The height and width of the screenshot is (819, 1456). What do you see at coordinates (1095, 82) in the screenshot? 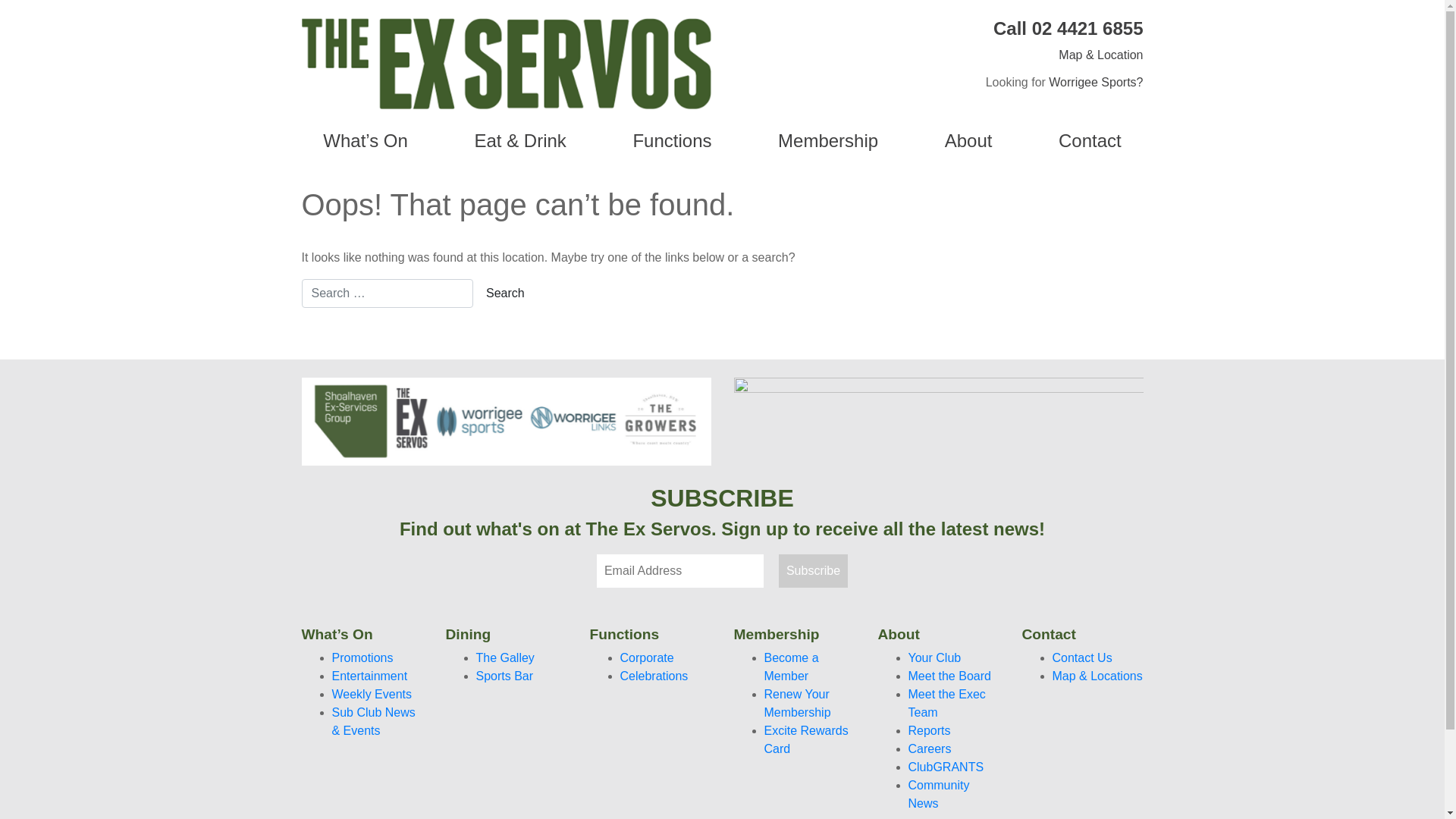
I see `'Worrigee Sports?'` at bounding box center [1095, 82].